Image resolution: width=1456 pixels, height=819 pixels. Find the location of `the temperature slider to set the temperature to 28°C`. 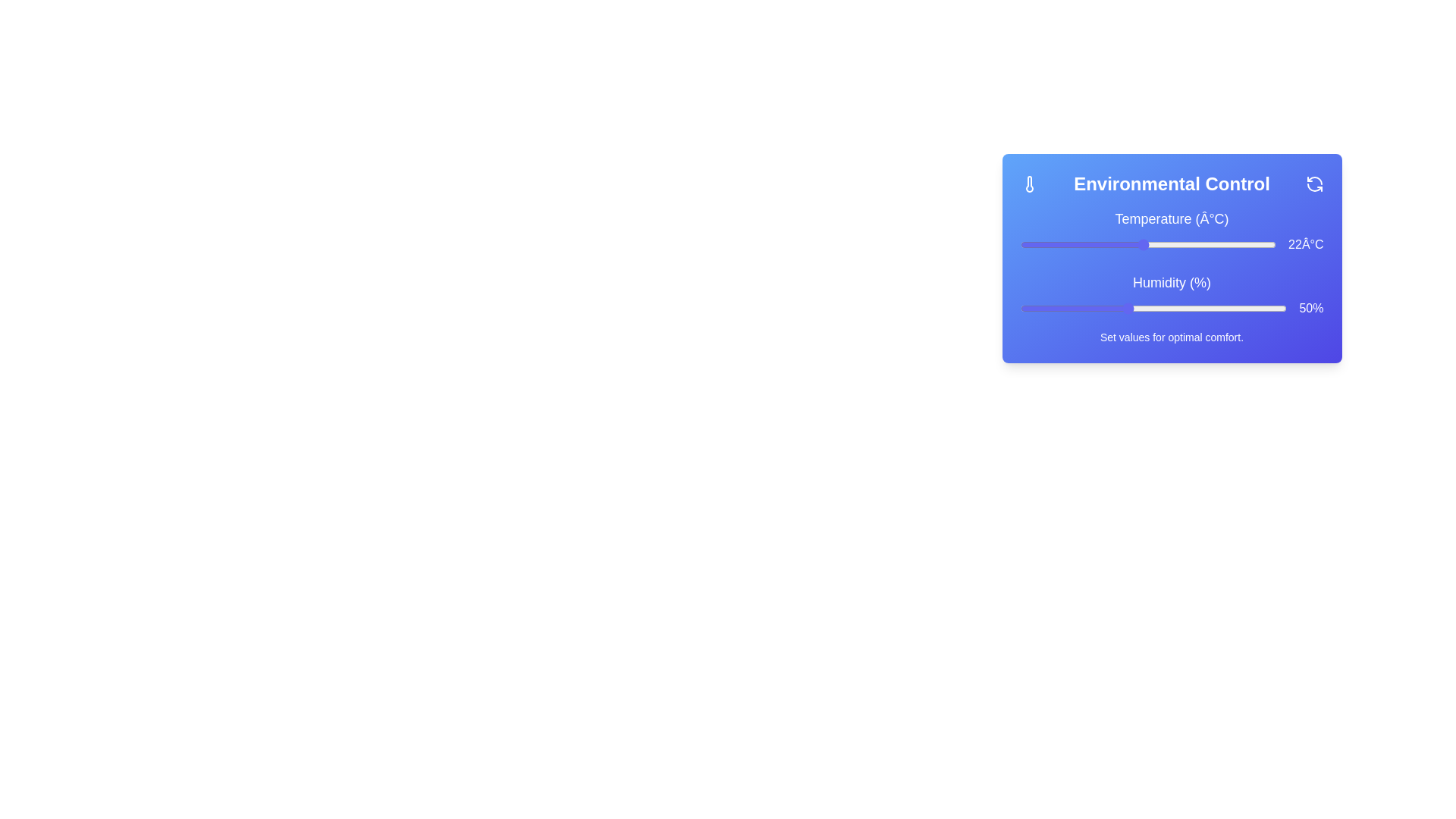

the temperature slider to set the temperature to 28°C is located at coordinates (1203, 244).